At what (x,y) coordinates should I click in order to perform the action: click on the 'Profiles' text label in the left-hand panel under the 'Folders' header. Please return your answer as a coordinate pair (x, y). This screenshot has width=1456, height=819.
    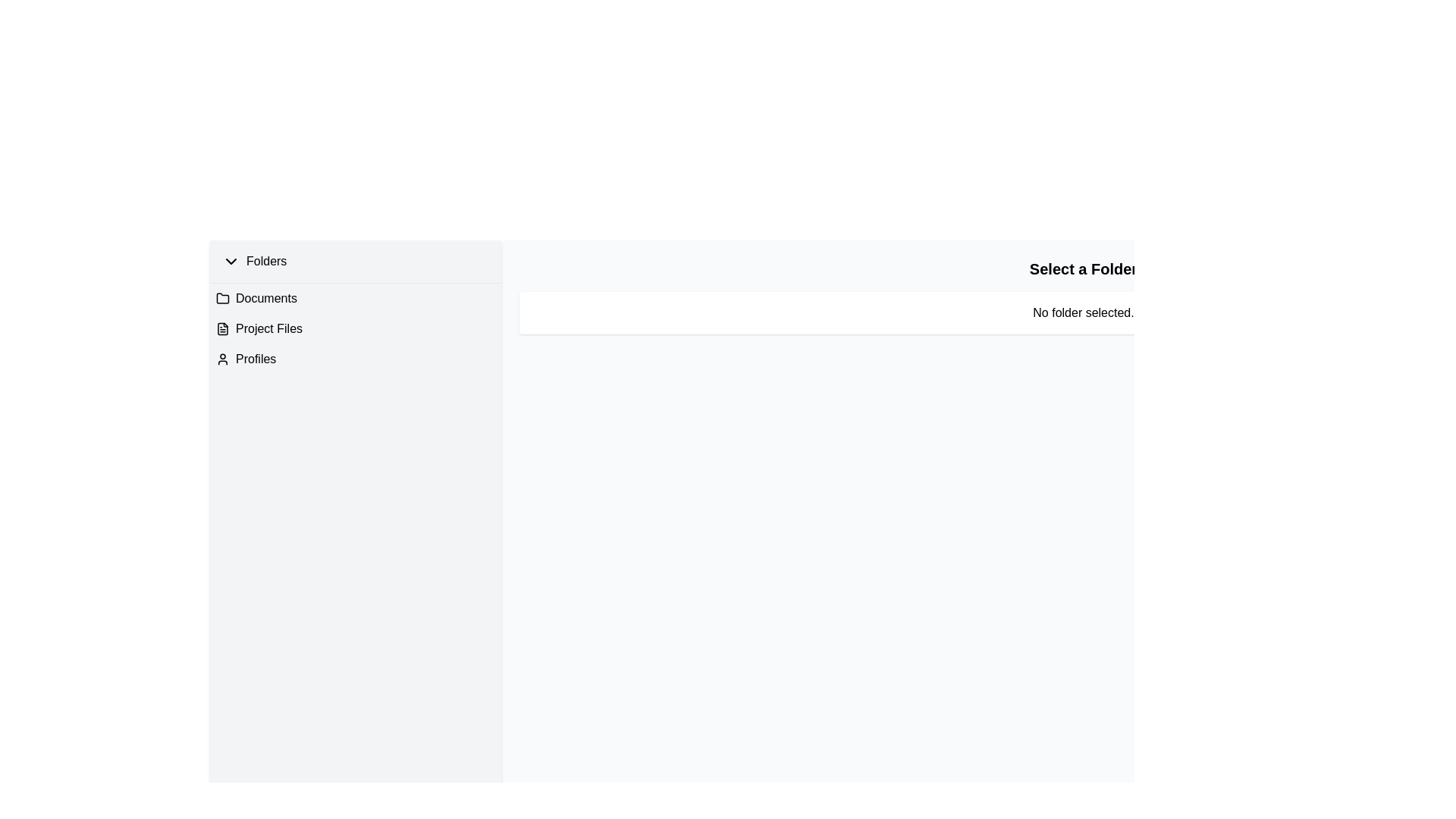
    Looking at the image, I should click on (256, 359).